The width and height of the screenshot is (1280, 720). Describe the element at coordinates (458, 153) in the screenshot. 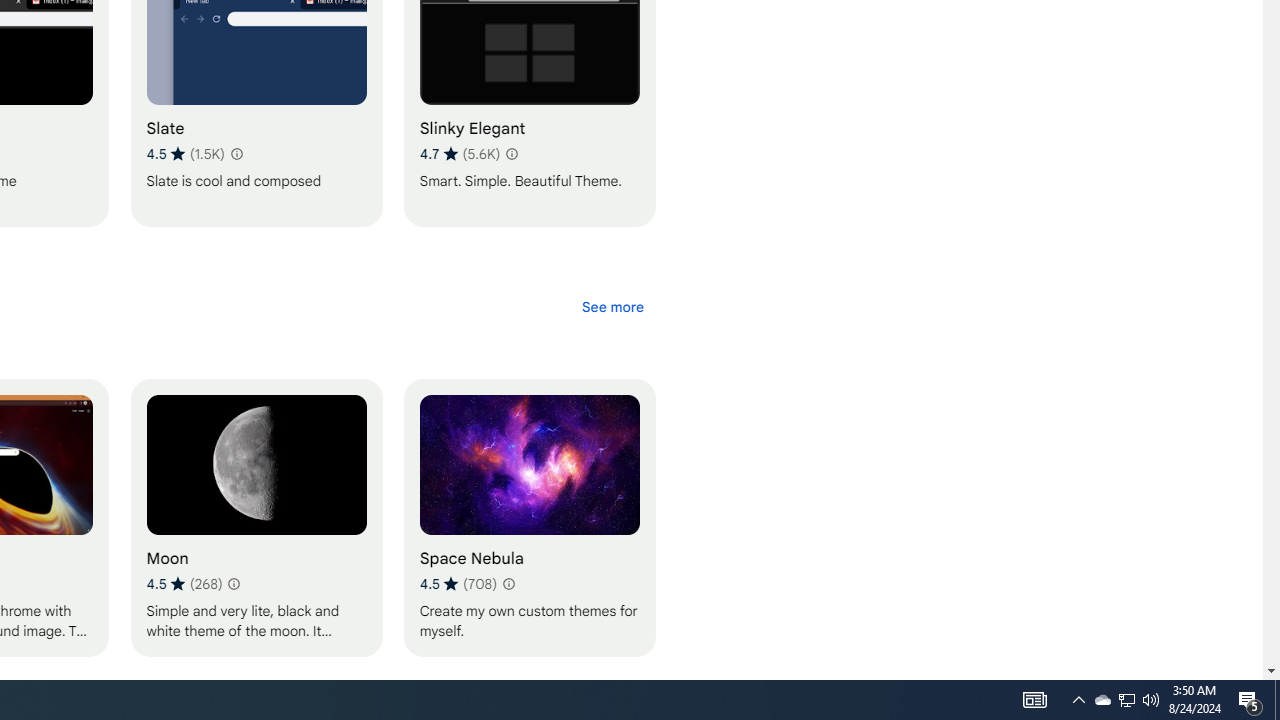

I see `'Average rating 4.7 out of 5 stars. 5.6K ratings.'` at that location.